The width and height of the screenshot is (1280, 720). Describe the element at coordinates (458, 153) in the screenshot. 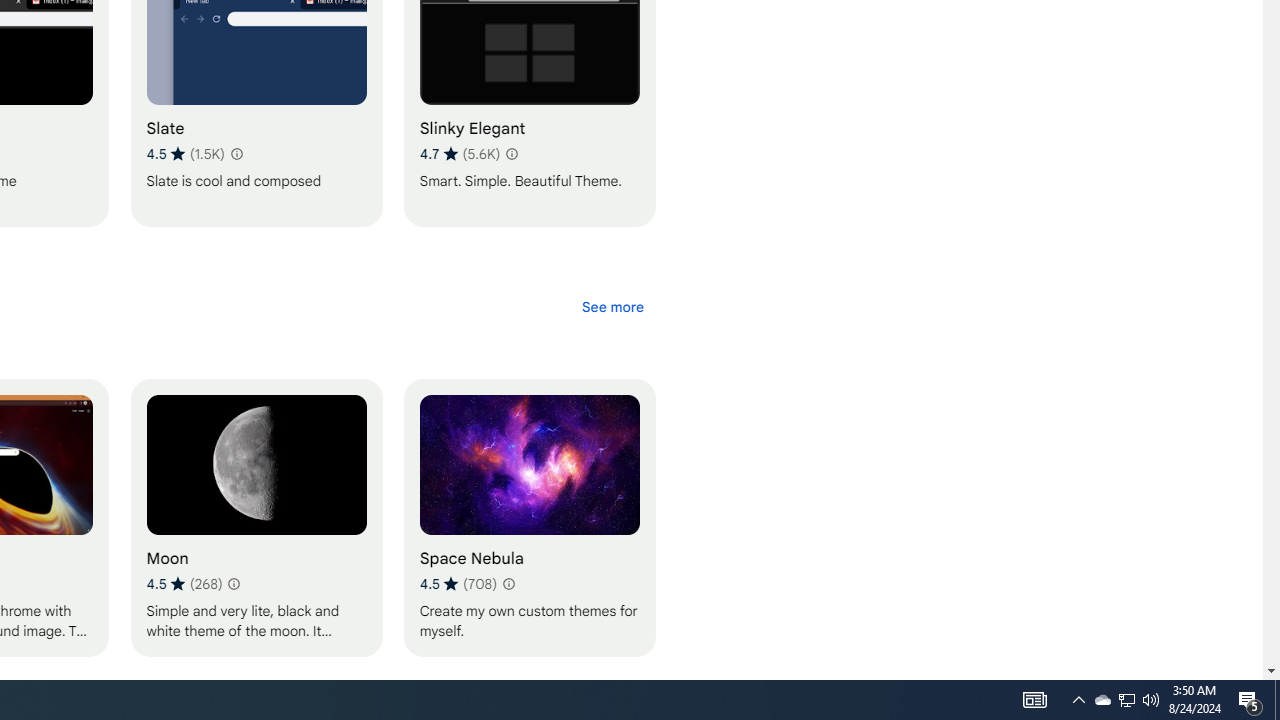

I see `'Average rating 4.7 out of 5 stars. 5.6K ratings.'` at that location.